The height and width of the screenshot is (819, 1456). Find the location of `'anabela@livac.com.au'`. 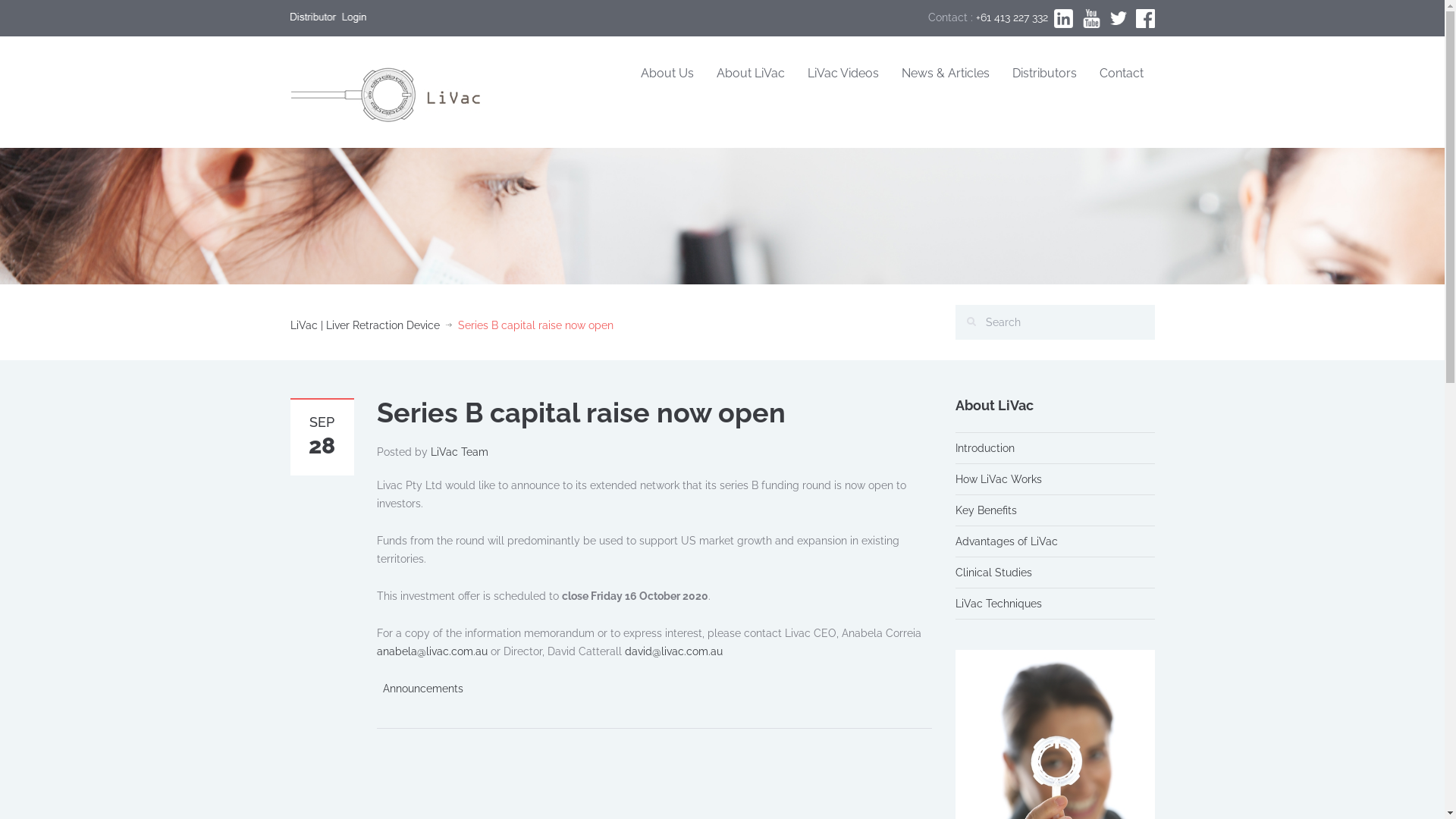

'anabela@livac.com.au' is located at coordinates (431, 651).